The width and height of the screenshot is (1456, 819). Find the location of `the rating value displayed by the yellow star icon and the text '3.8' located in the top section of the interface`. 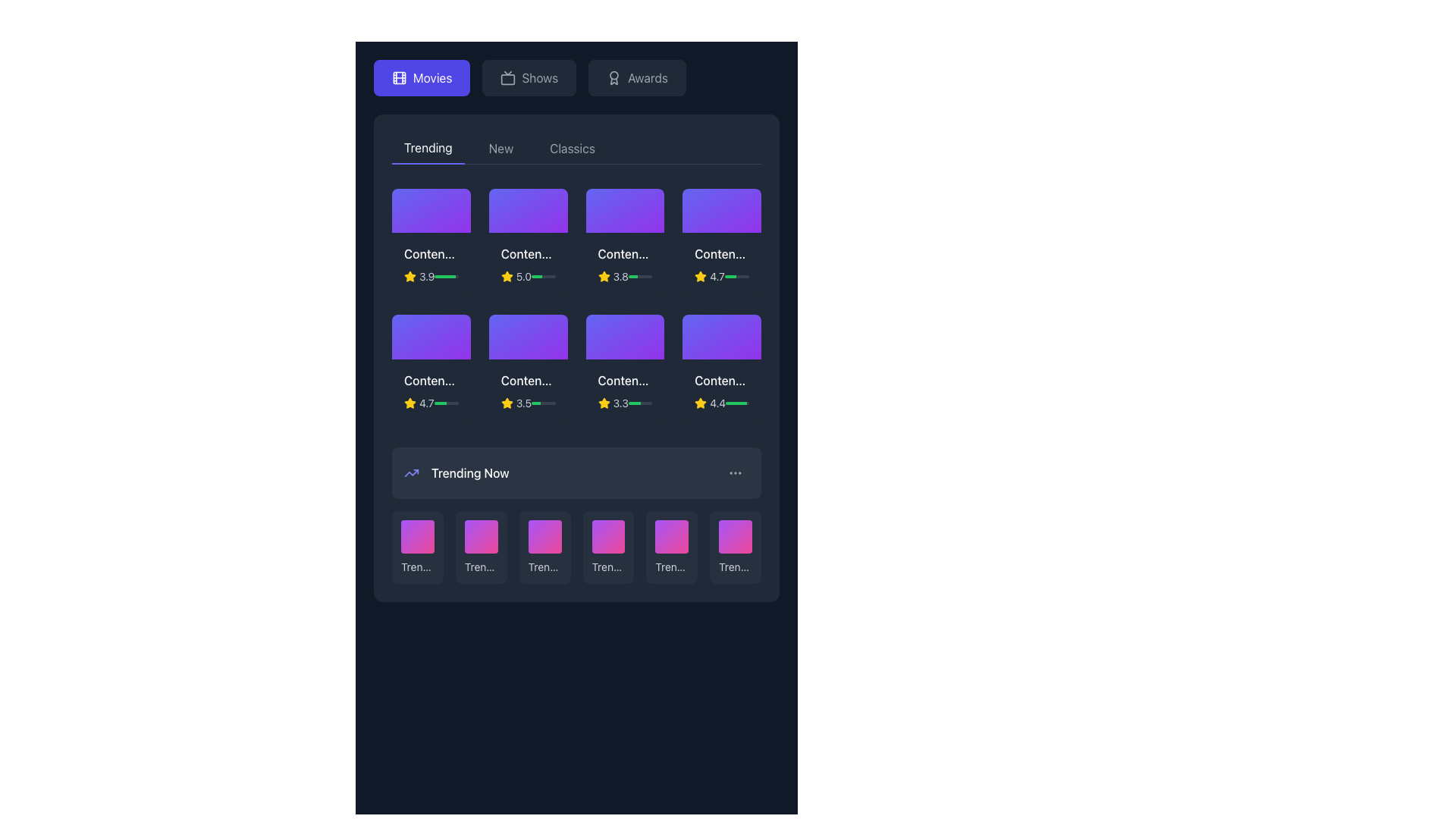

the rating value displayed by the yellow star icon and the text '3.8' located in the top section of the interface is located at coordinates (613, 277).